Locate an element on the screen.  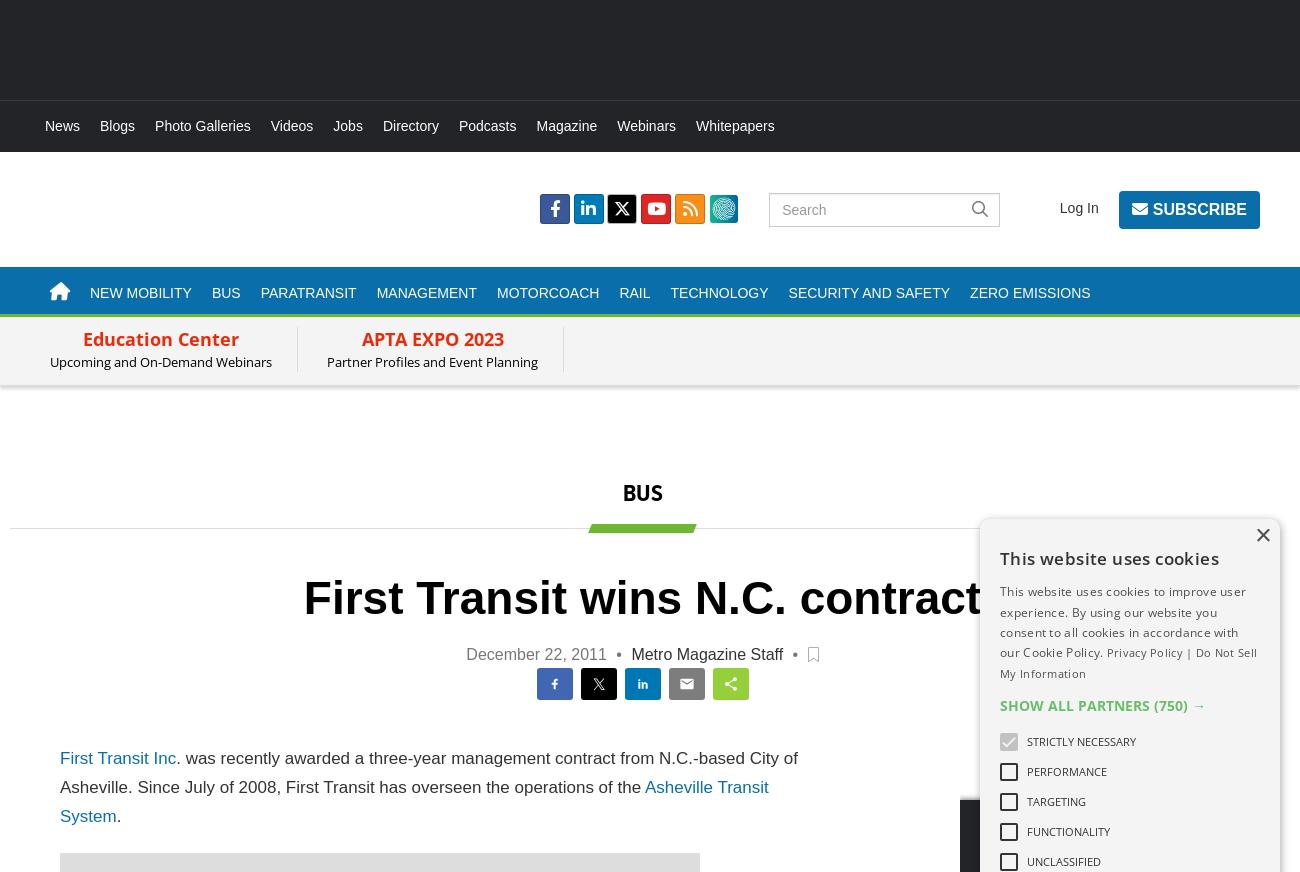
'New Mobility' is located at coordinates (139, 291).